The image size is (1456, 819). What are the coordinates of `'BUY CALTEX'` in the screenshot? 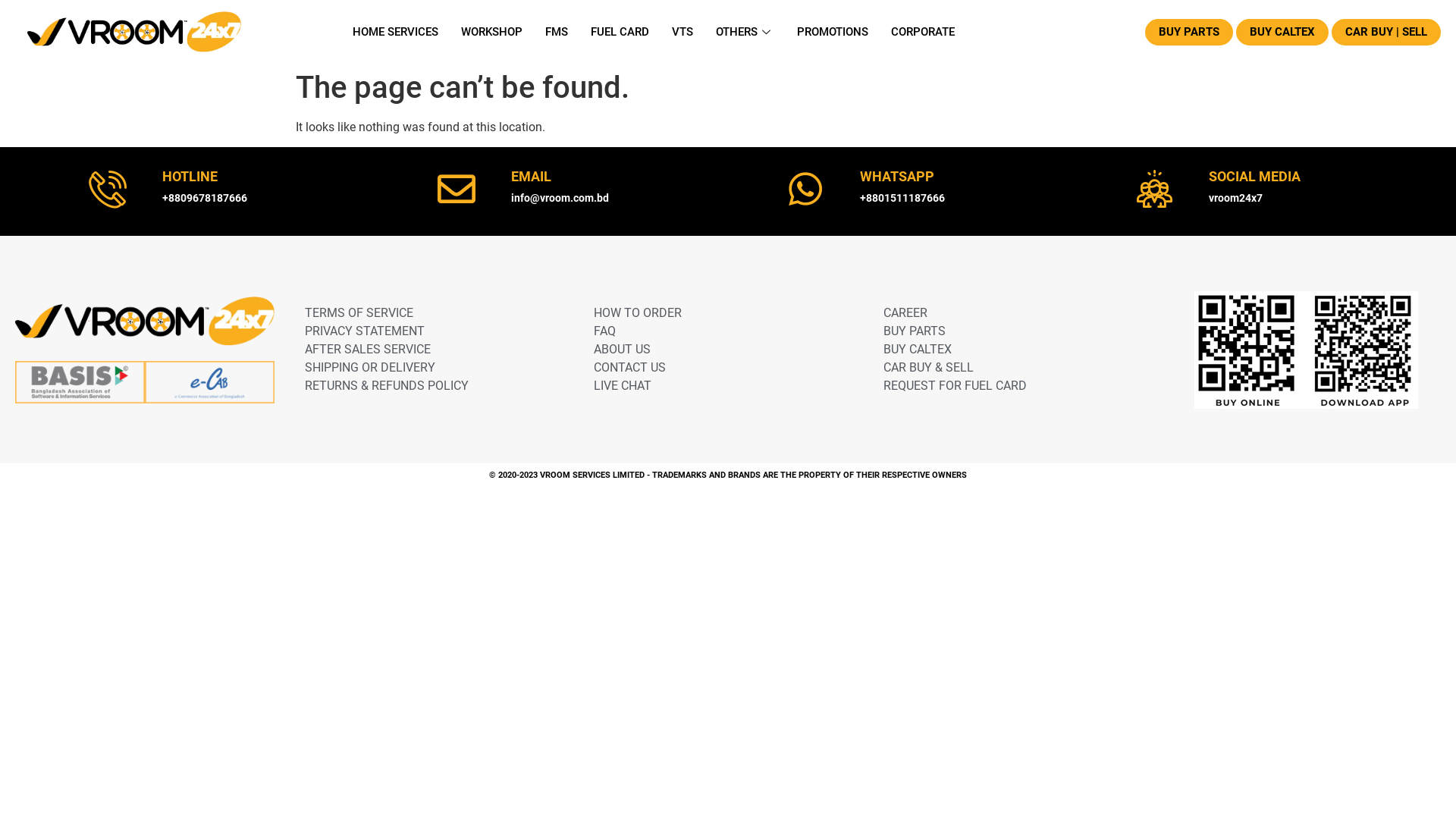 It's located at (1281, 31).